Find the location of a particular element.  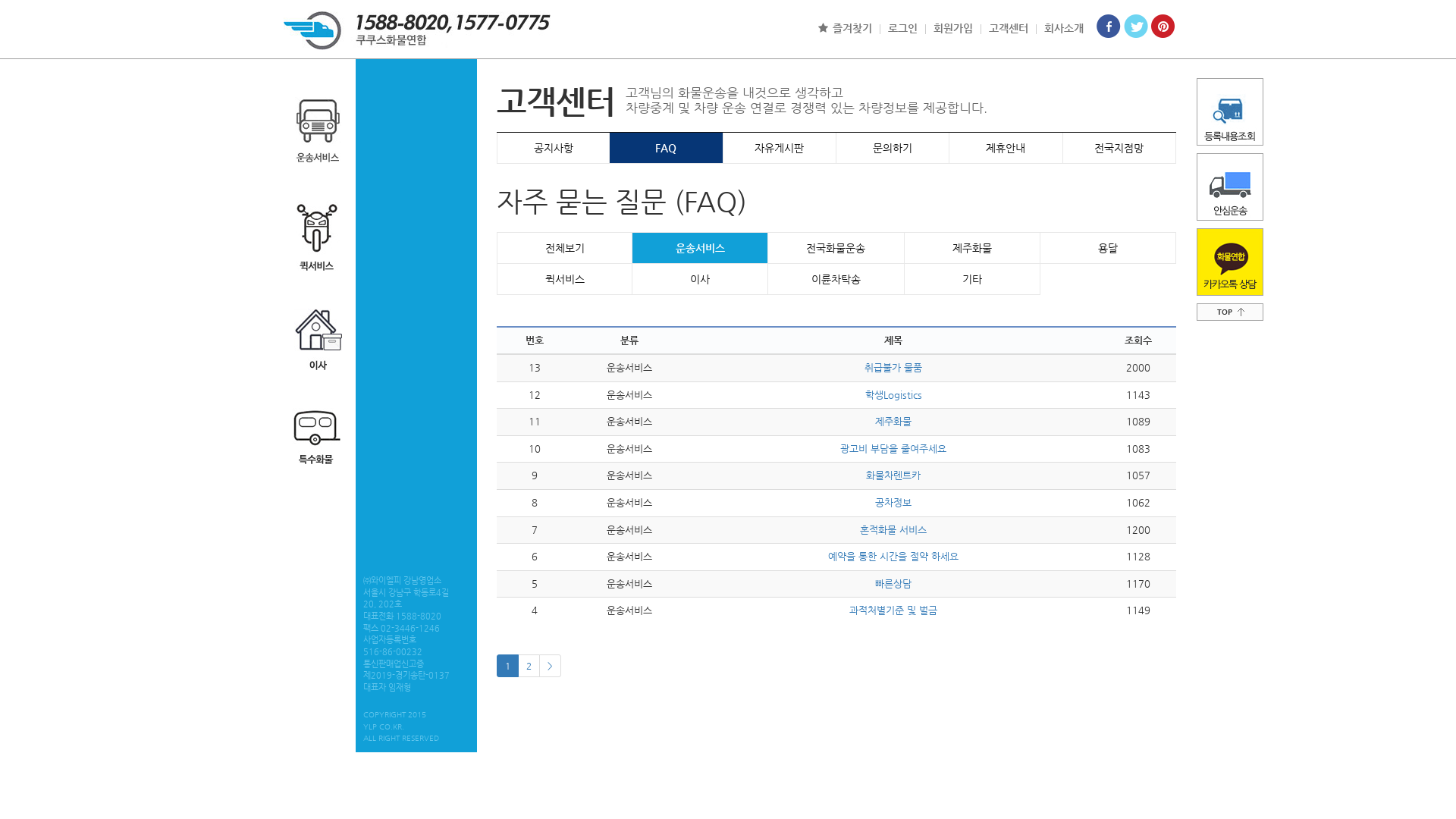

'FAQ' is located at coordinates (666, 148).